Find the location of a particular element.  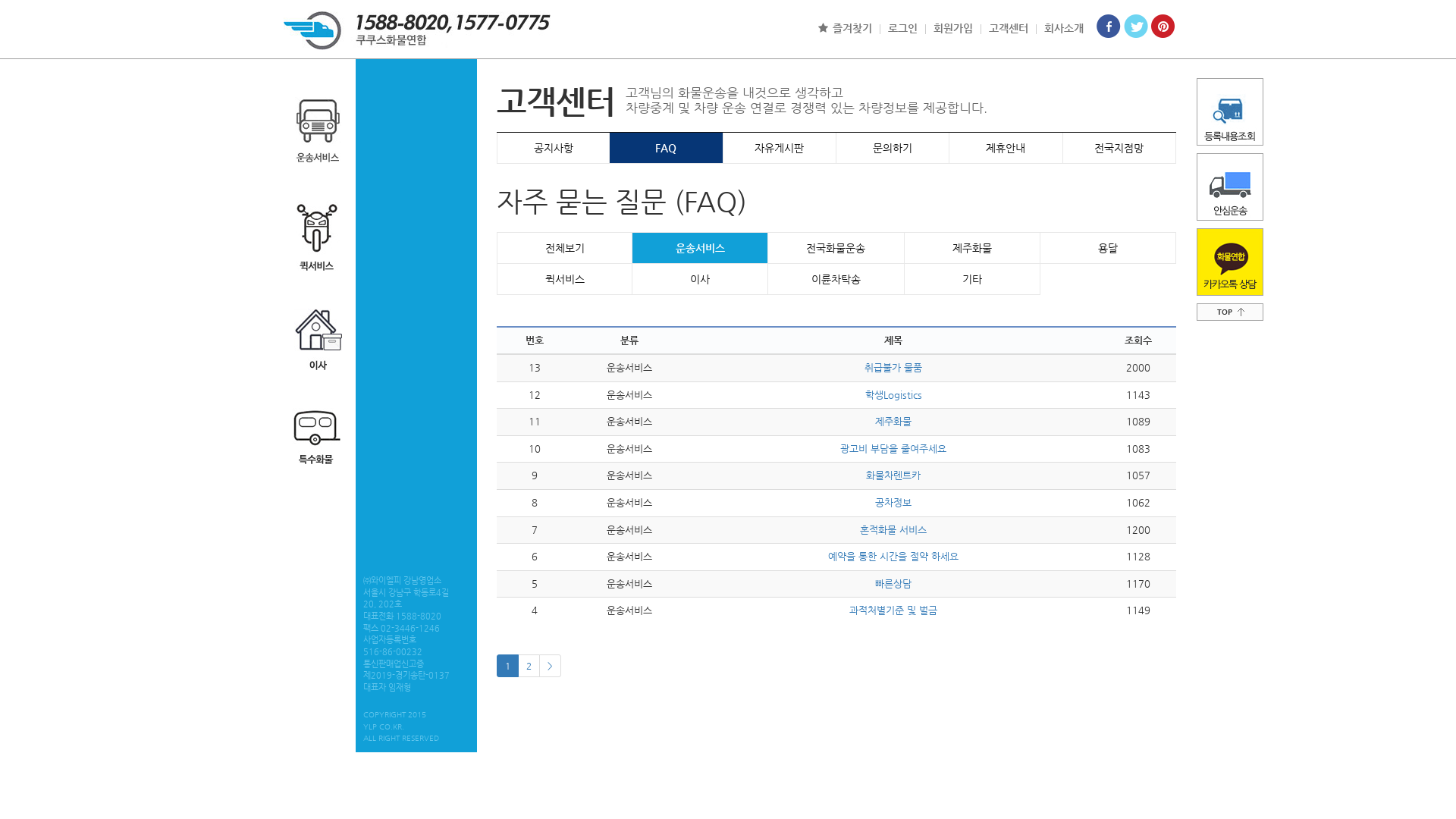

'FAQ' is located at coordinates (666, 148).